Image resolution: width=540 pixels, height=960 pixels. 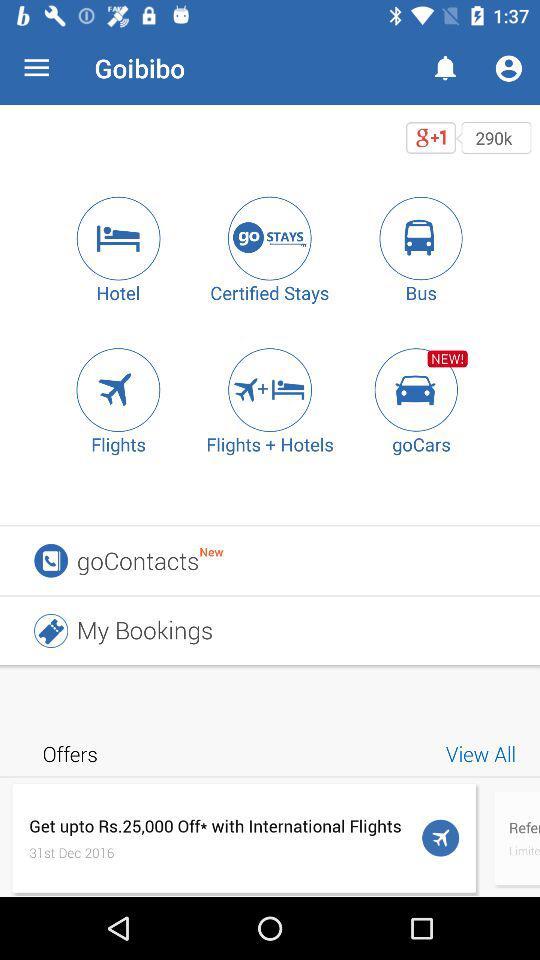 I want to click on the item next to certified stays, so click(x=118, y=238).